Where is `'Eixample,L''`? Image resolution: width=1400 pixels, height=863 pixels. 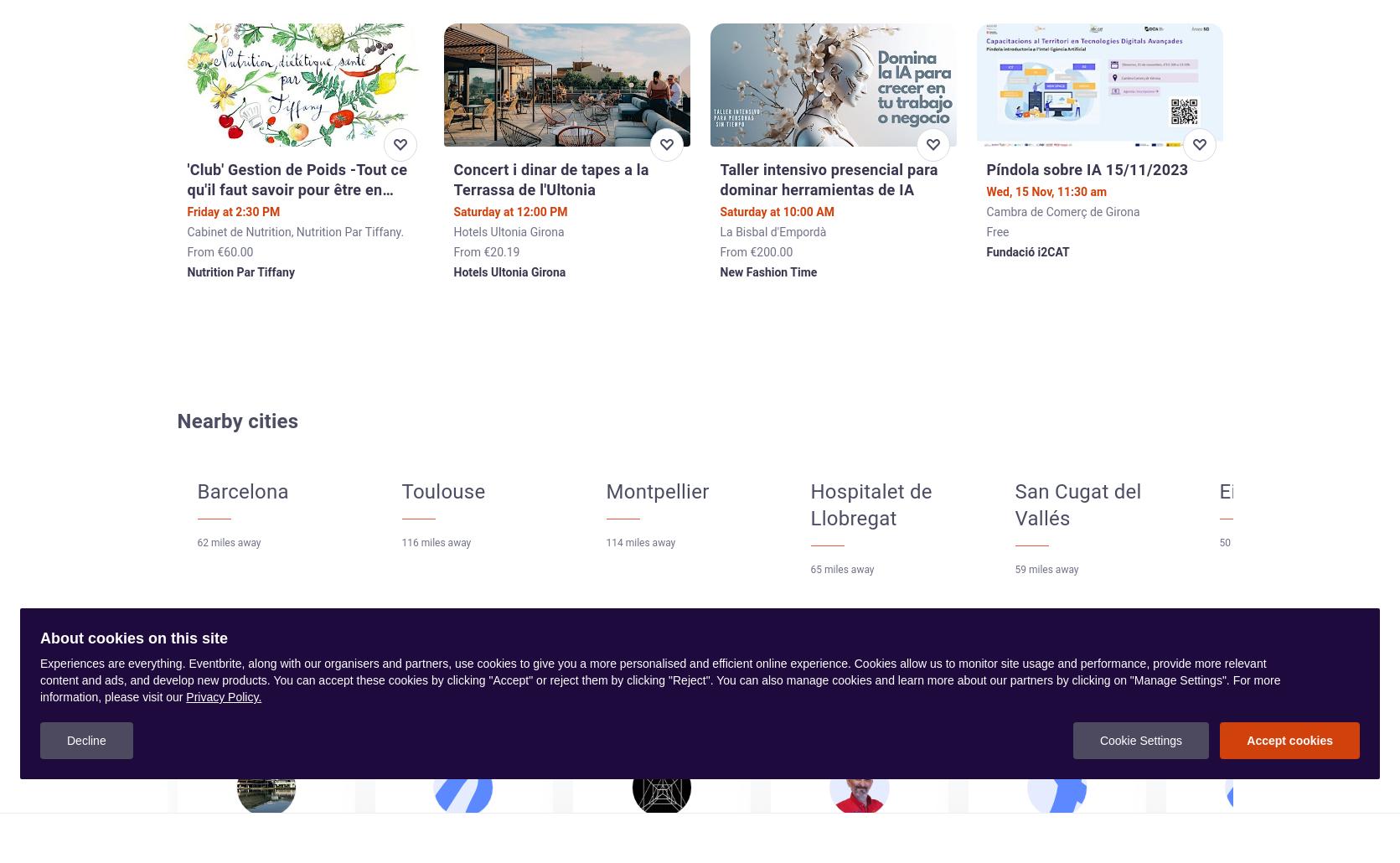
'Eixample,L'' is located at coordinates (1268, 490).